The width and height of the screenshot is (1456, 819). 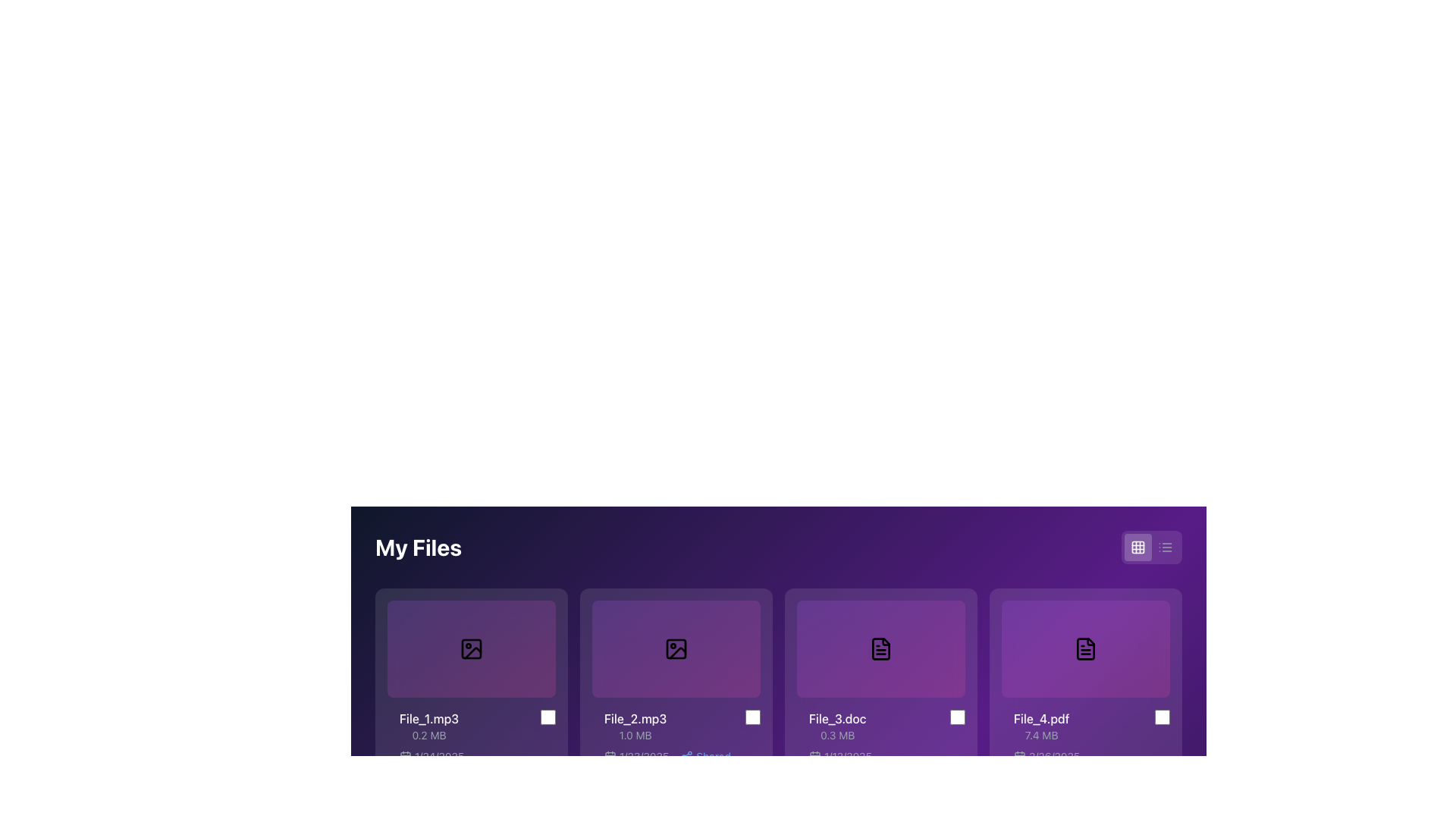 What do you see at coordinates (428, 734) in the screenshot?
I see `the text label that provides information about the size of the file named 'File_1.mp3', located below the file name in the grid-style file display interface` at bounding box center [428, 734].